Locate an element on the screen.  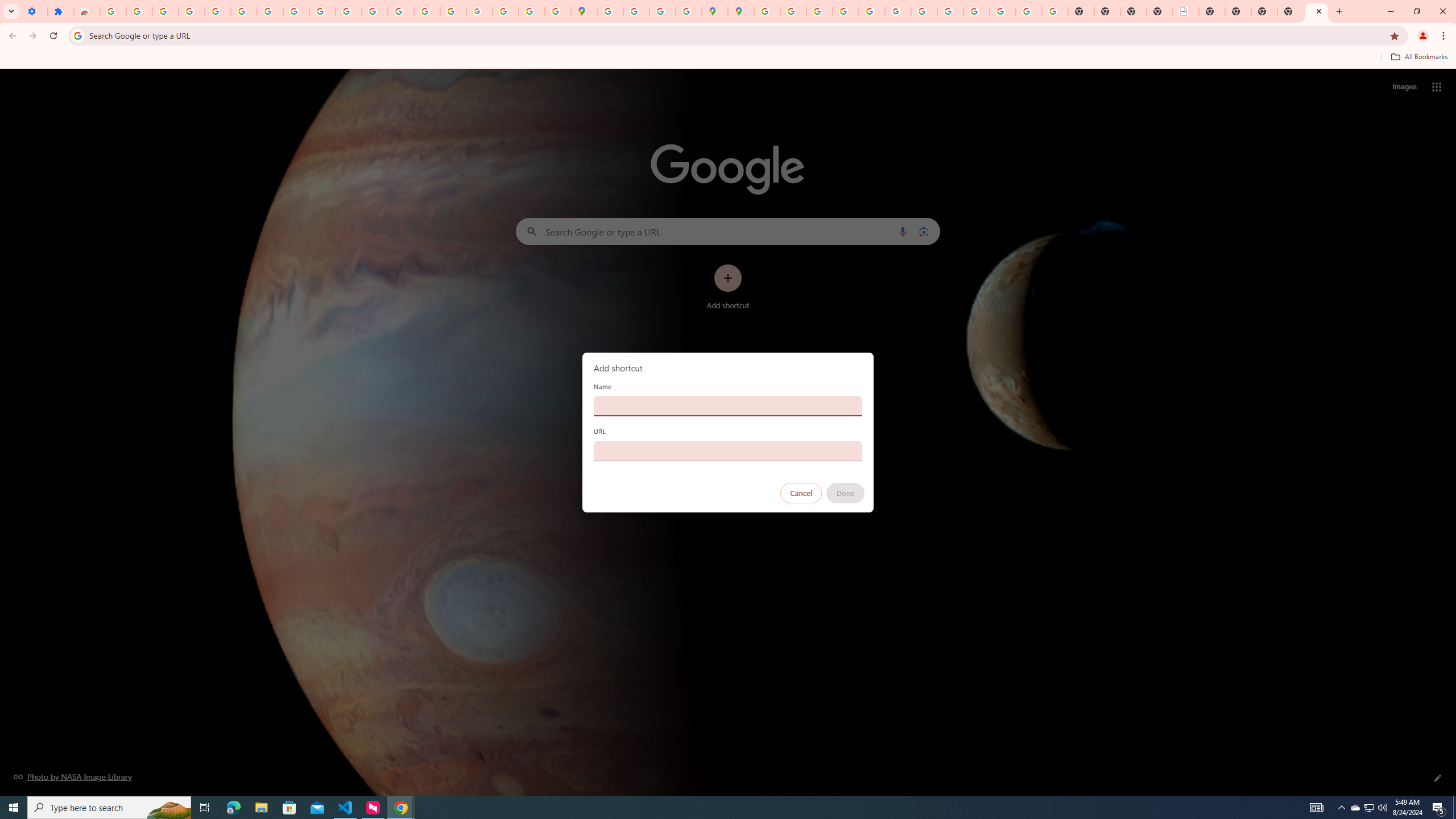
'Name' is located at coordinates (728, 405).